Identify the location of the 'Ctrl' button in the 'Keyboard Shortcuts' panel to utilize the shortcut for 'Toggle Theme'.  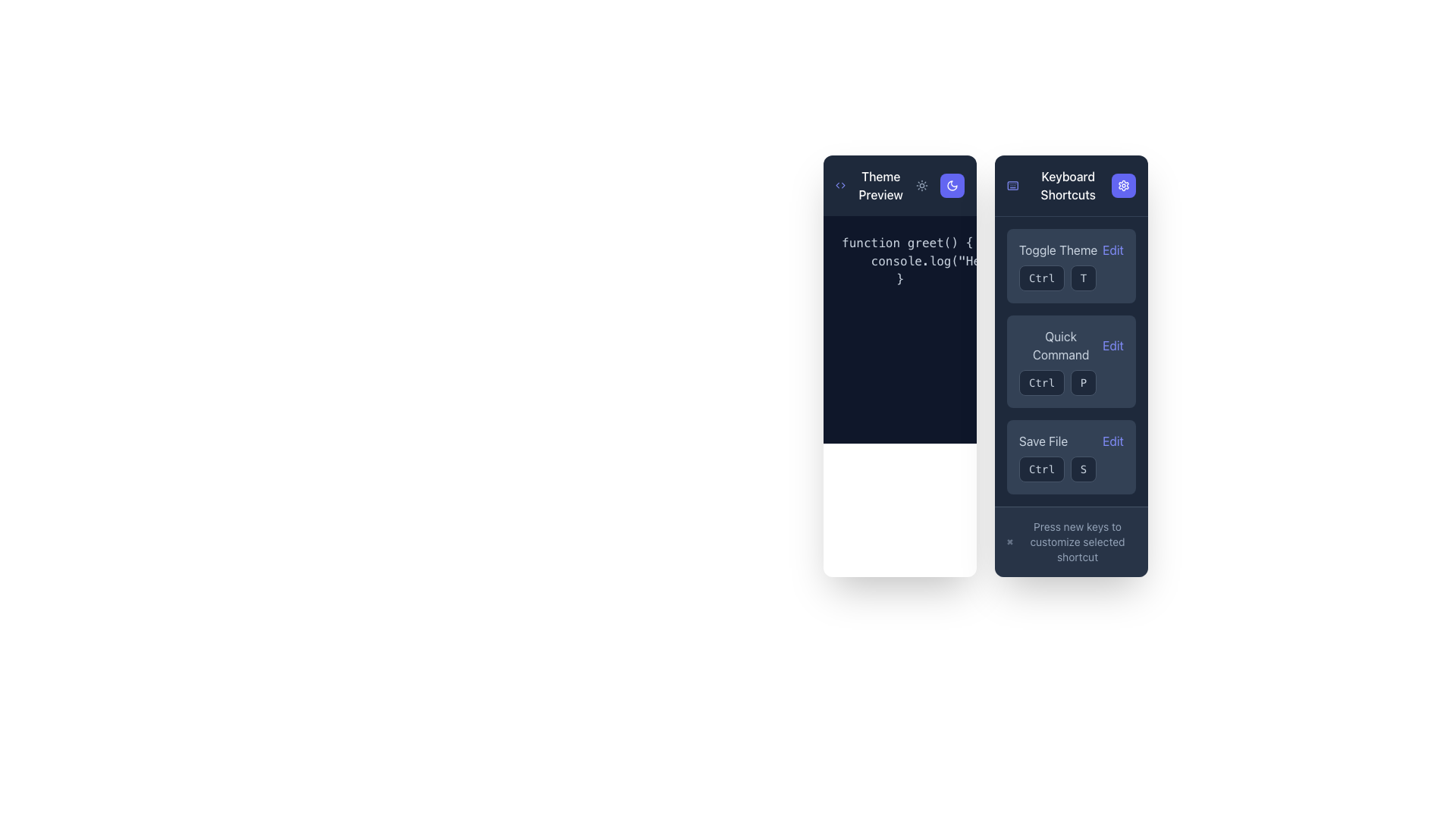
(1040, 278).